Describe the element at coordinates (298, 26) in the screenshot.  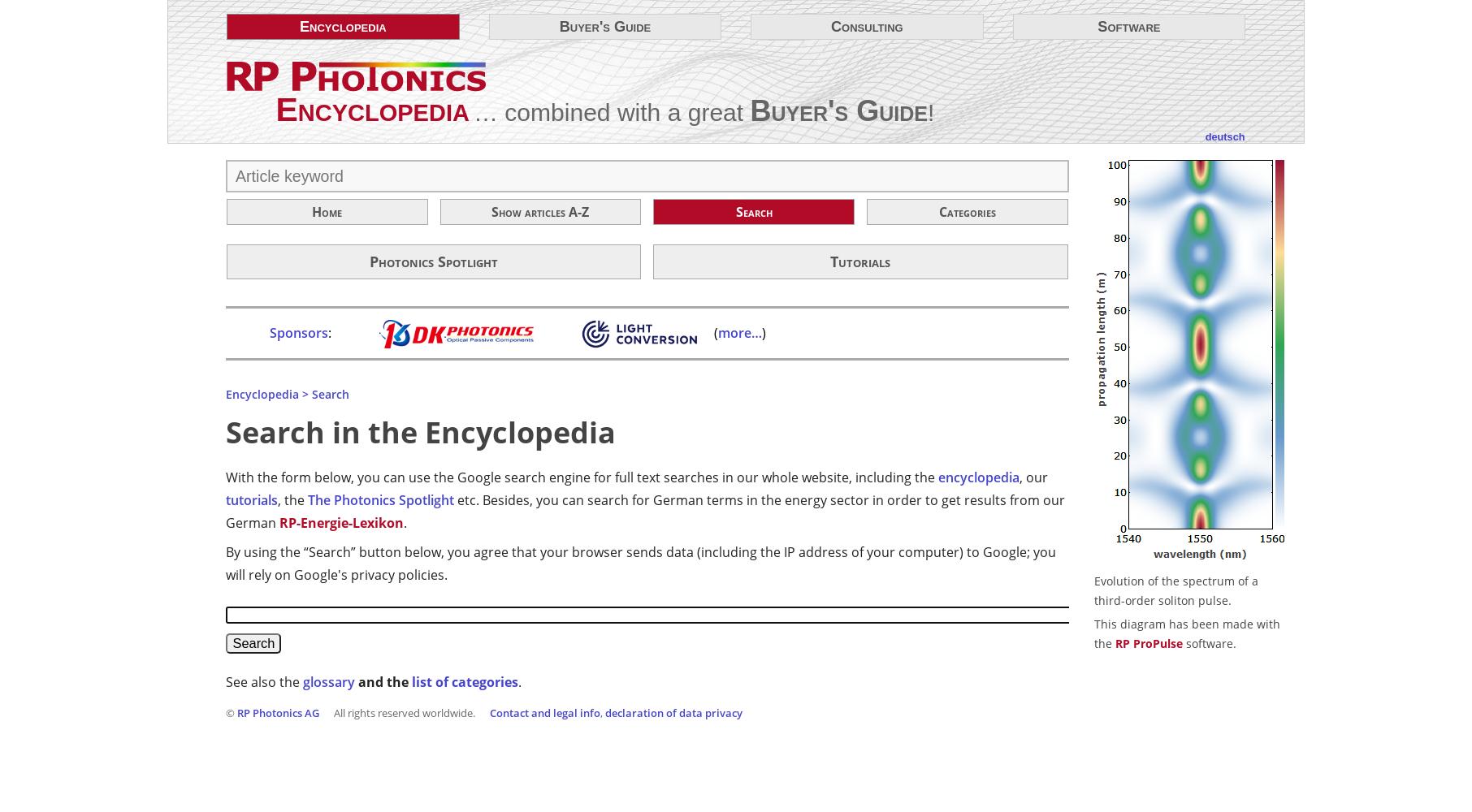
I see `'Encyclo­pedia'` at that location.